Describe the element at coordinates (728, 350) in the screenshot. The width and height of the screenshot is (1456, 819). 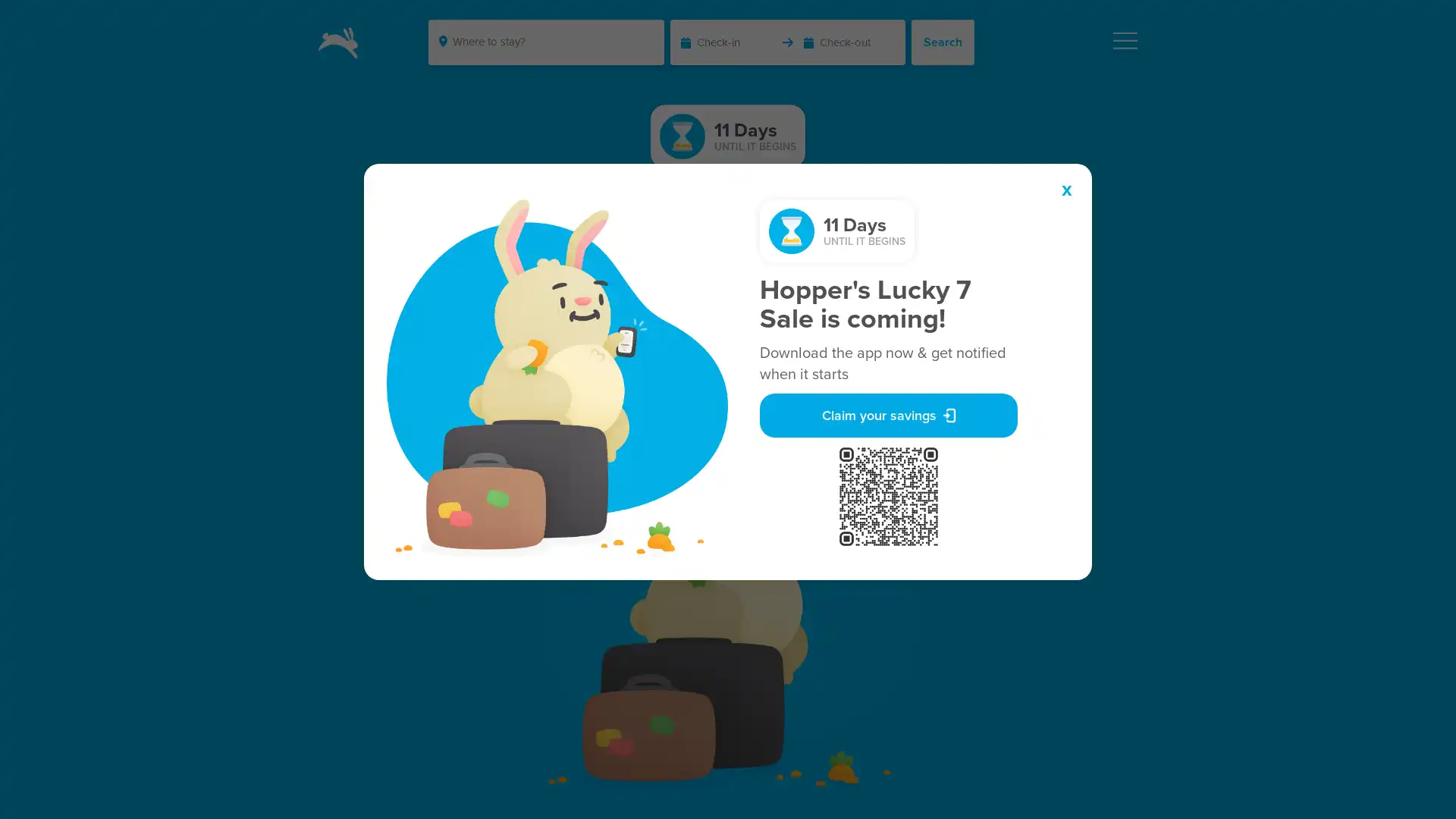
I see `CLAIM YOUR SAVINGS` at that location.